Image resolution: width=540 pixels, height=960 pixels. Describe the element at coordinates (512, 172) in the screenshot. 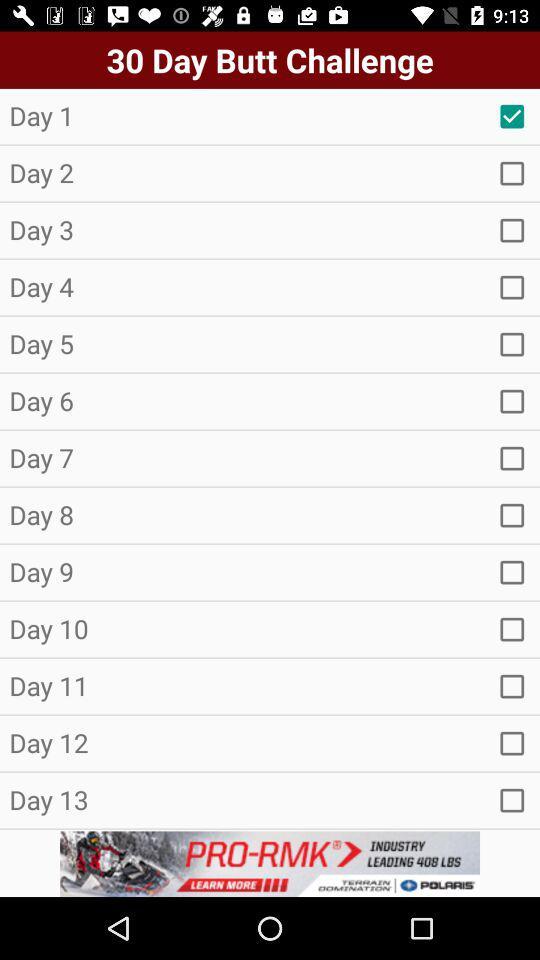

I see `seach button` at that location.